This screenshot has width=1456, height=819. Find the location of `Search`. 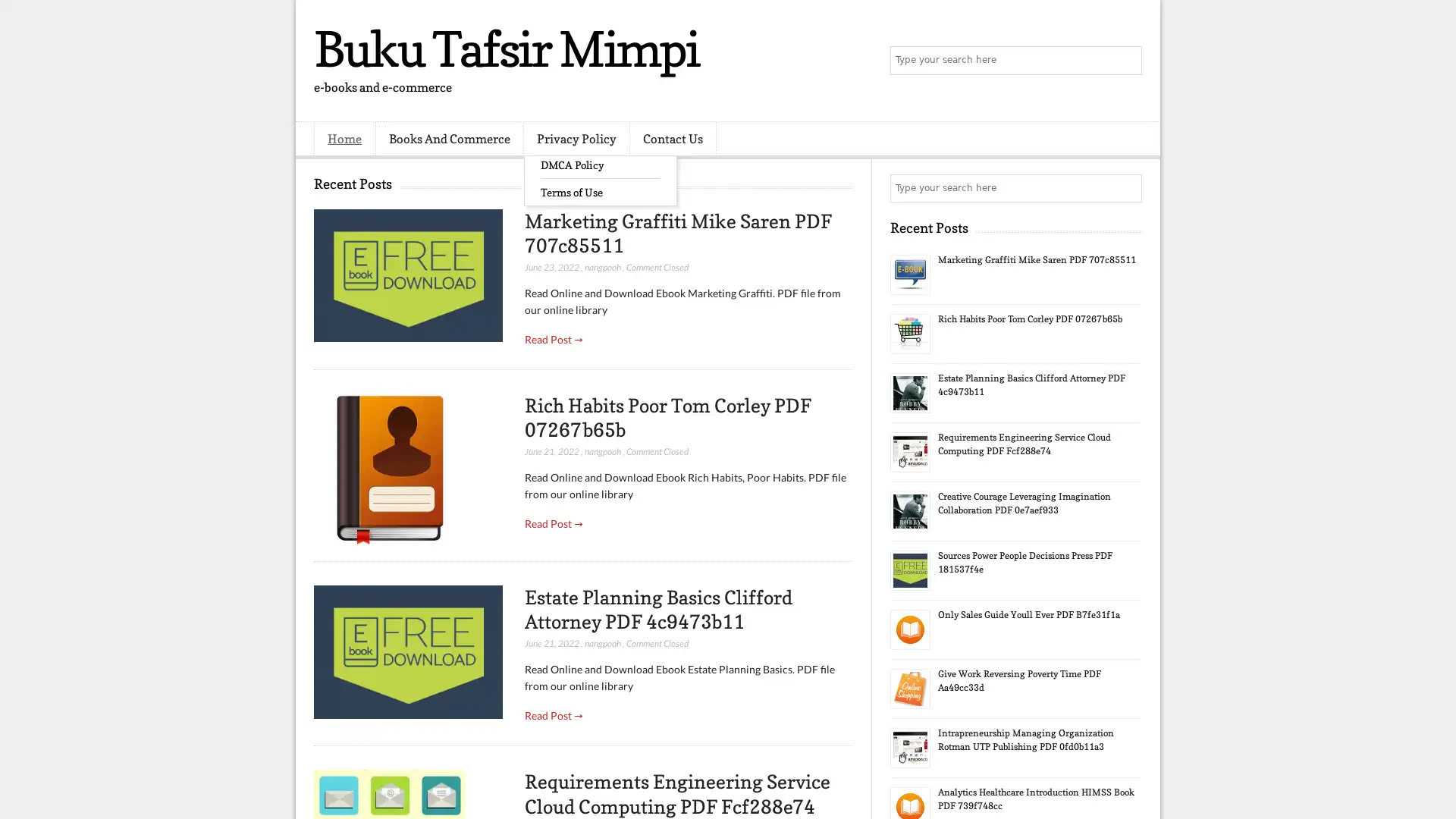

Search is located at coordinates (1126, 61).